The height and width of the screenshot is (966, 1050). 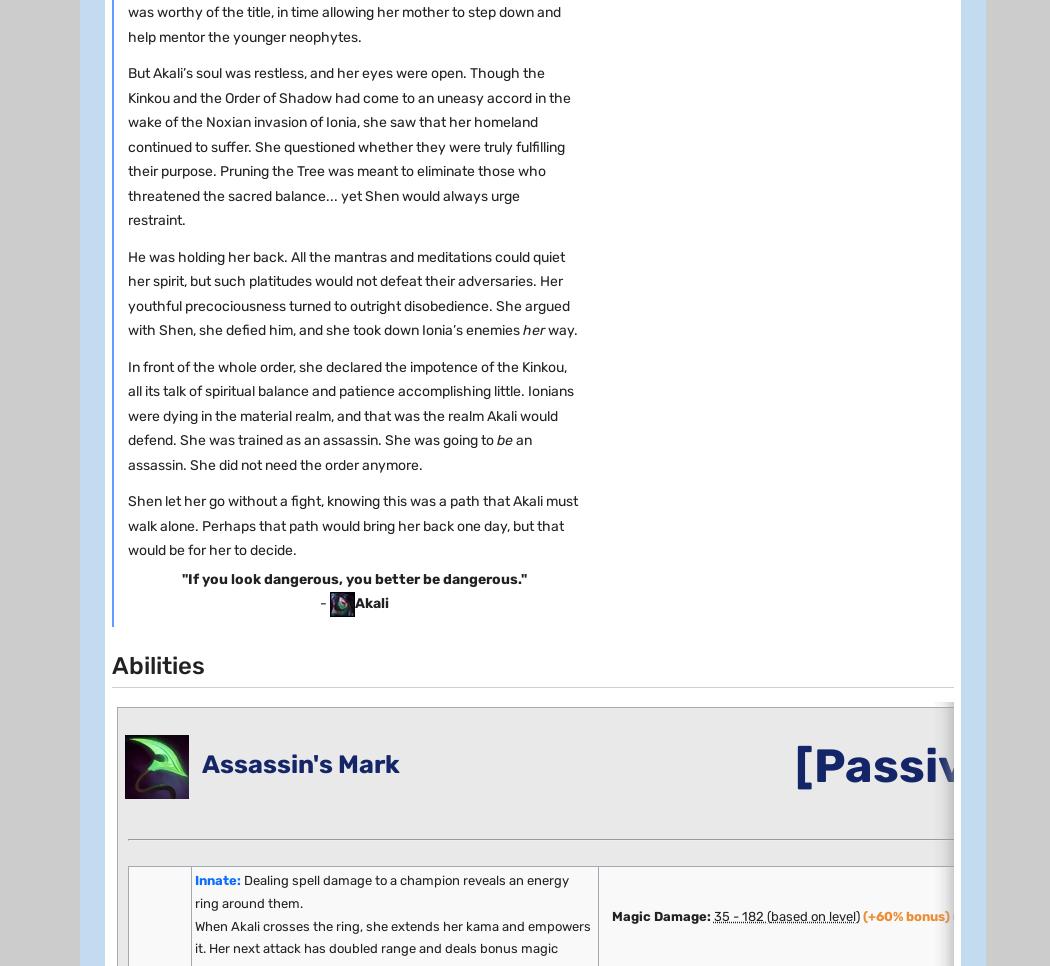 I want to click on '8', so click(x=309, y=73).